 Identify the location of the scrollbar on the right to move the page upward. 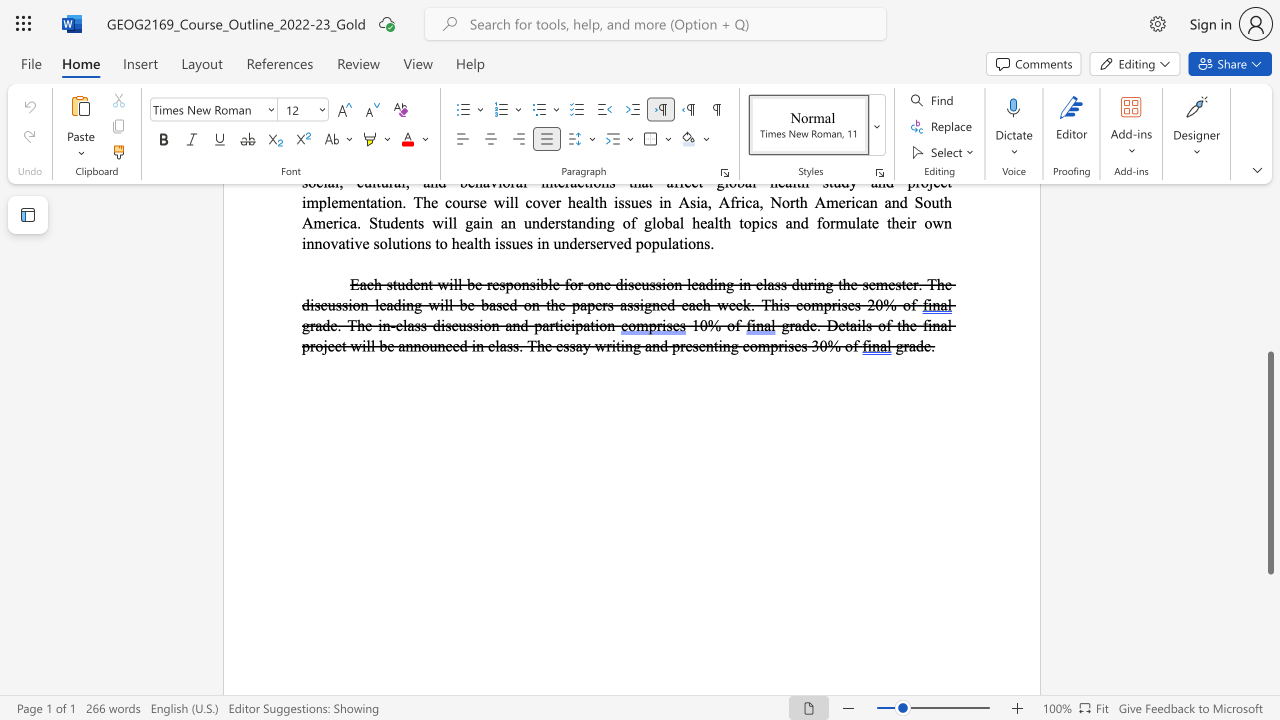
(1269, 248).